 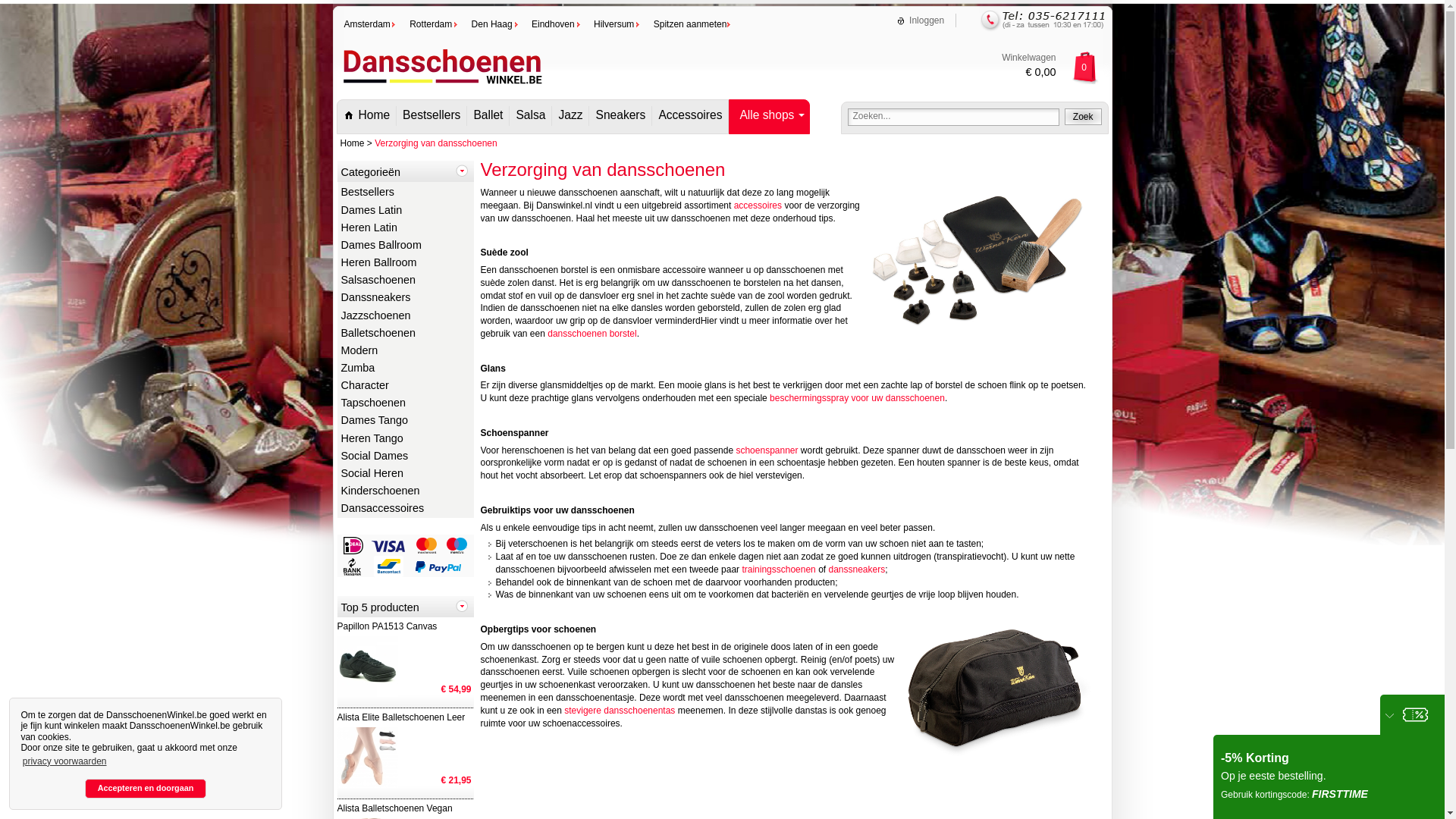 What do you see at coordinates (404, 509) in the screenshot?
I see `'Dansaccessoires'` at bounding box center [404, 509].